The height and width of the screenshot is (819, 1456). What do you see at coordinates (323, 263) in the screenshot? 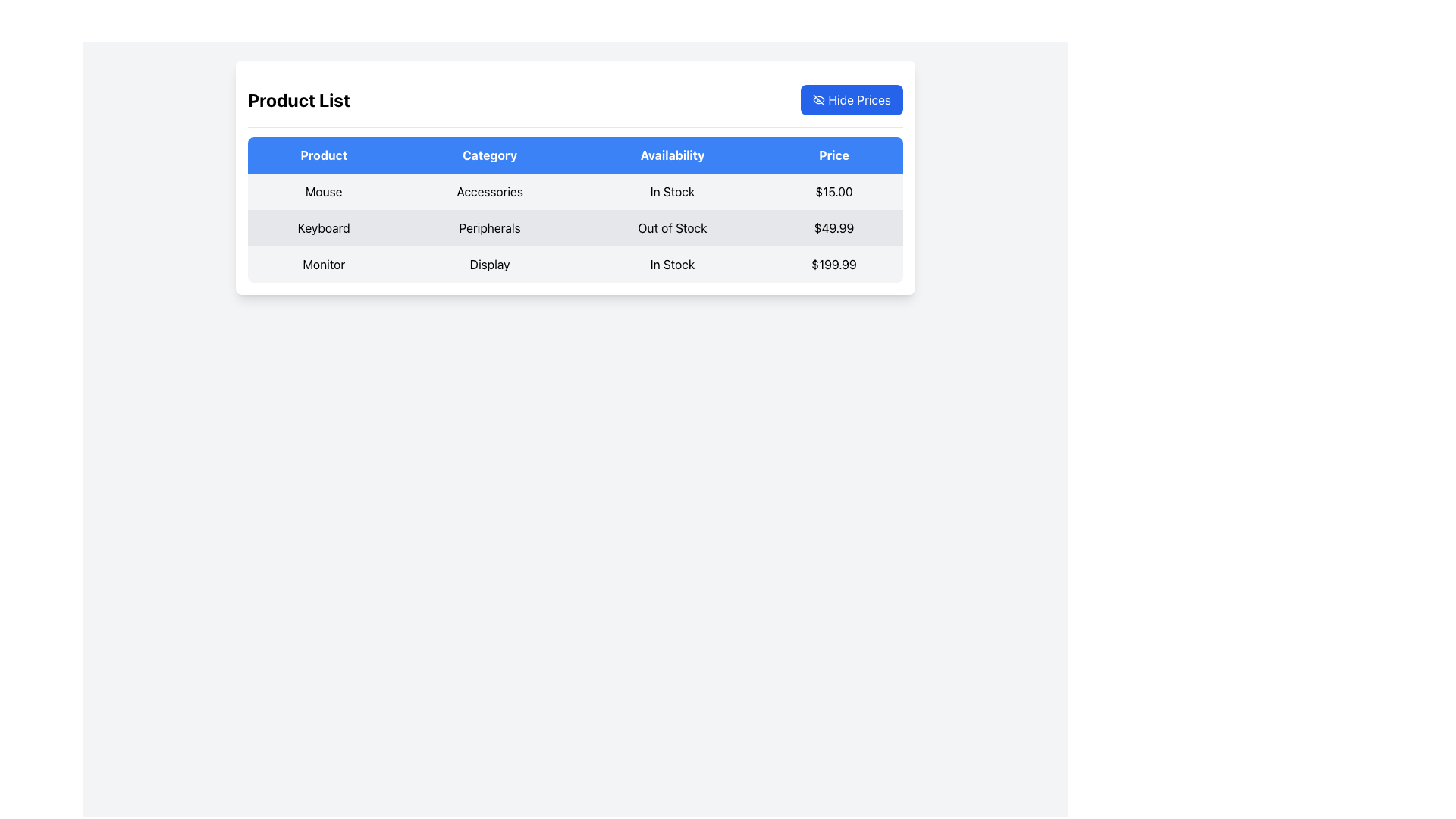
I see `the text label that identifies the product in the first cell of the leftmost column of the table, positioned beneath the row containing 'Keyboard' and 'Peripherals'` at bounding box center [323, 263].